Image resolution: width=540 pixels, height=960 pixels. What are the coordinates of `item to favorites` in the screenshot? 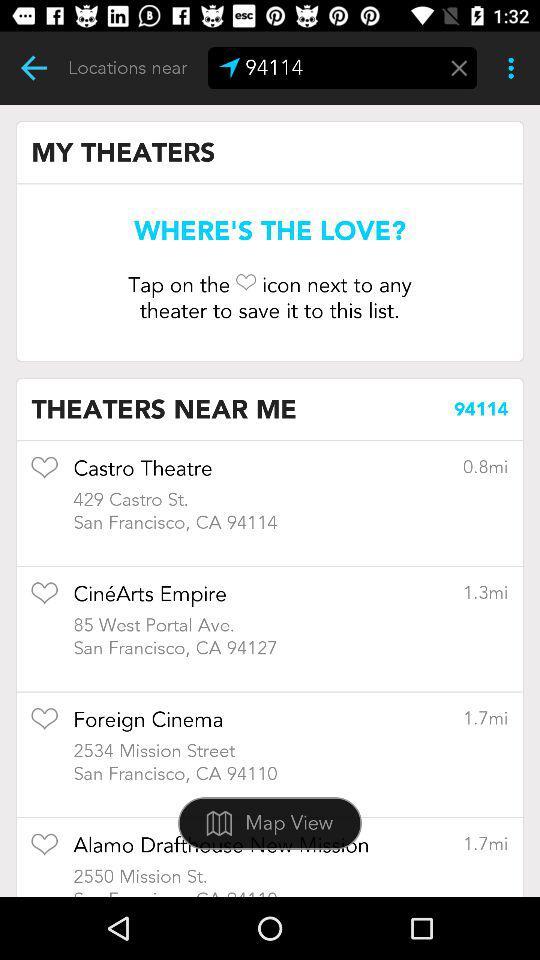 It's located at (44, 474).